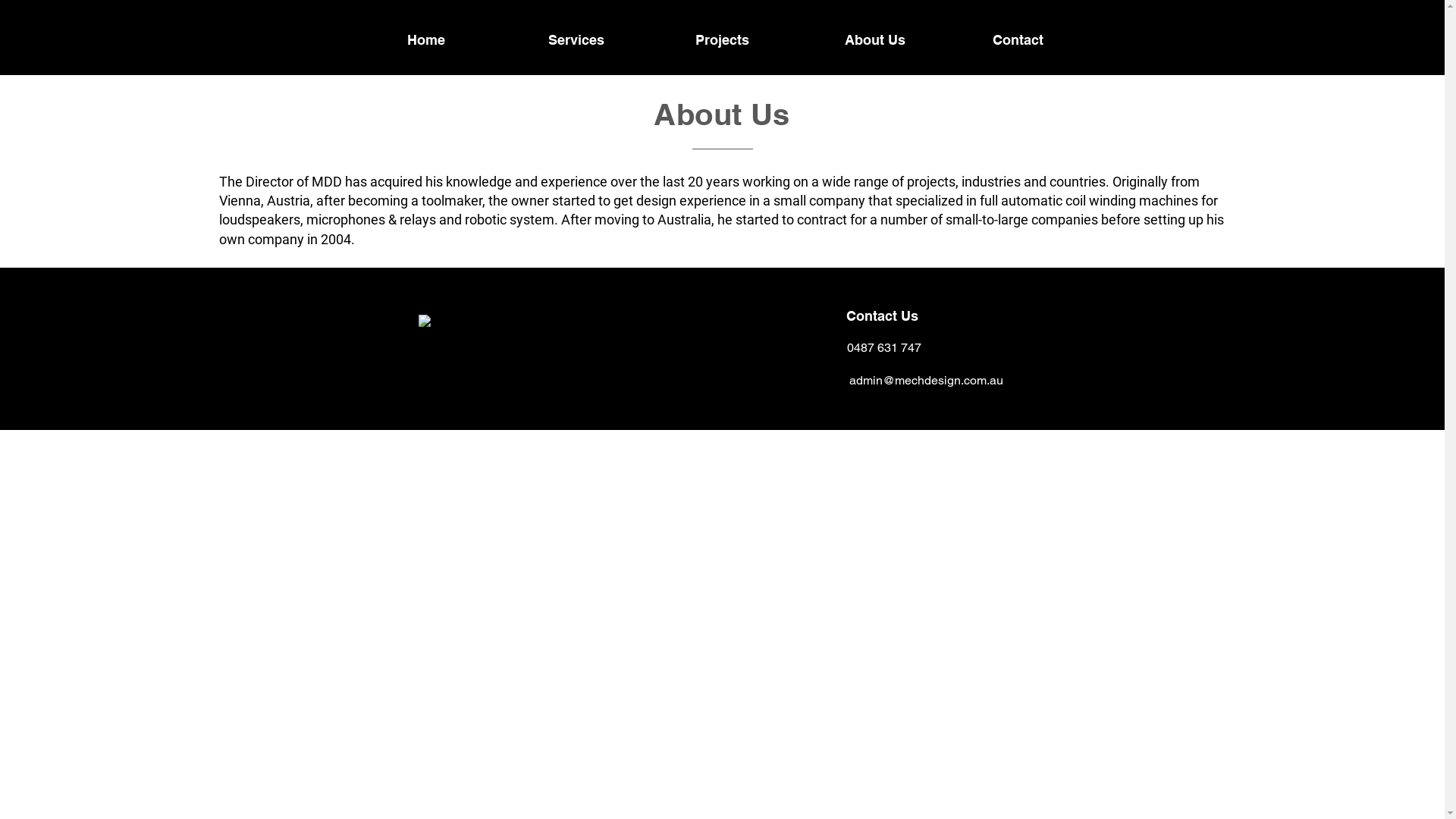  Describe the element at coordinates (425, 39) in the screenshot. I see `'Home'` at that location.